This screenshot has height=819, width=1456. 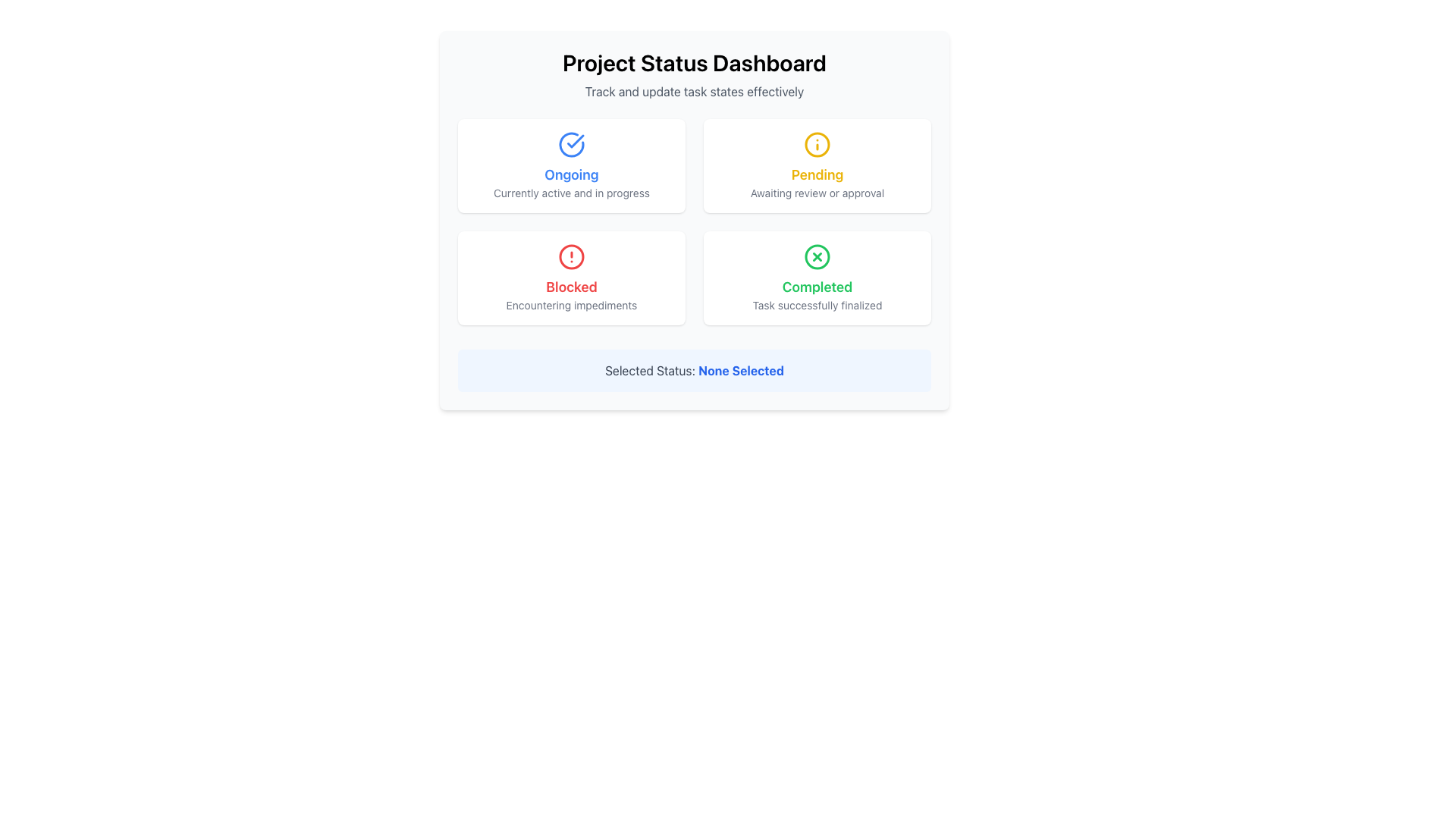 I want to click on the static text label displaying 'Pending' in bold yellow font, located in the upper right card of the dashboard interface, so click(x=817, y=174).